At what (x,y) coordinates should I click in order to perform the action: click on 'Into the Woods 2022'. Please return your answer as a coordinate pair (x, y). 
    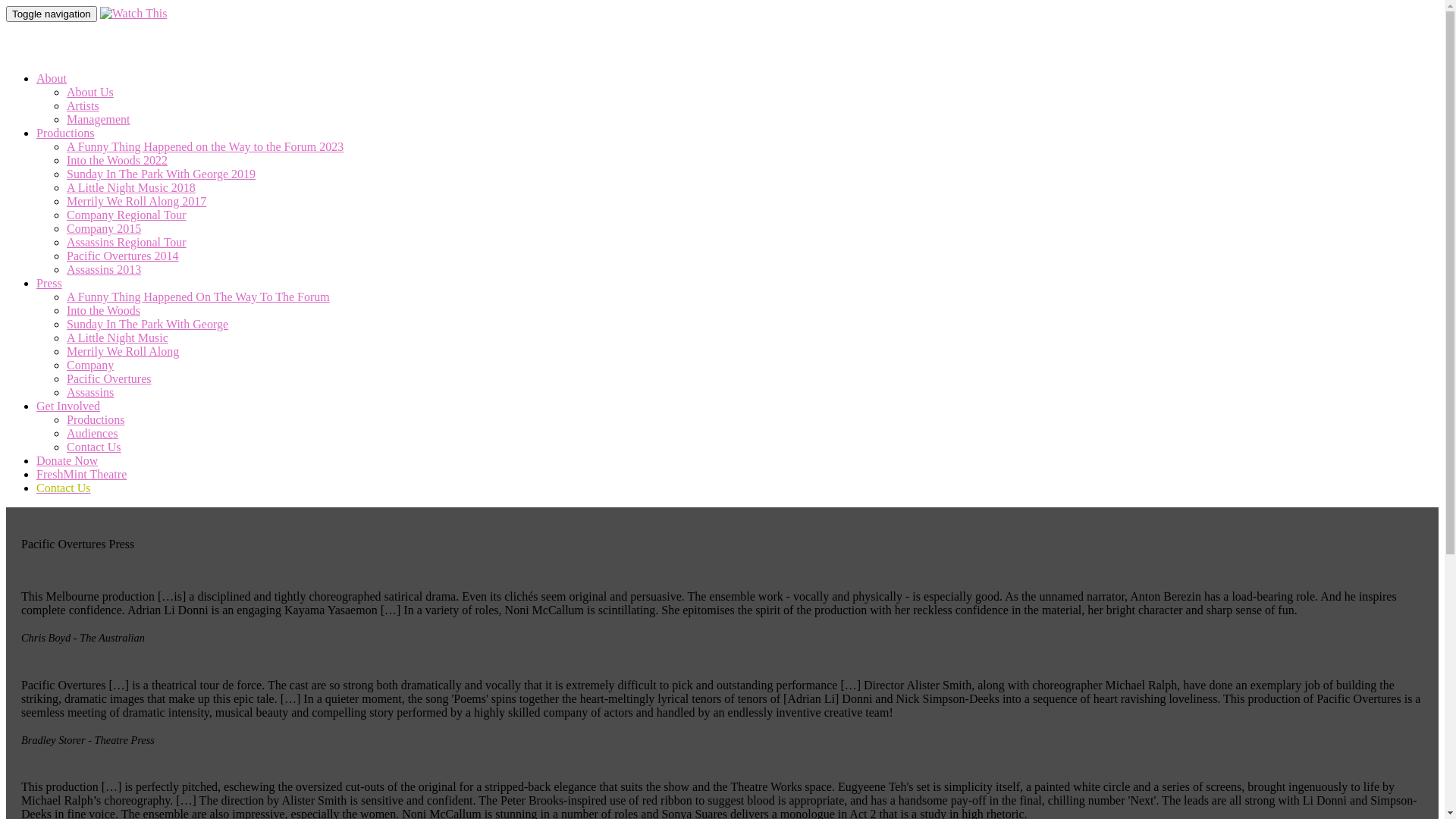
    Looking at the image, I should click on (65, 160).